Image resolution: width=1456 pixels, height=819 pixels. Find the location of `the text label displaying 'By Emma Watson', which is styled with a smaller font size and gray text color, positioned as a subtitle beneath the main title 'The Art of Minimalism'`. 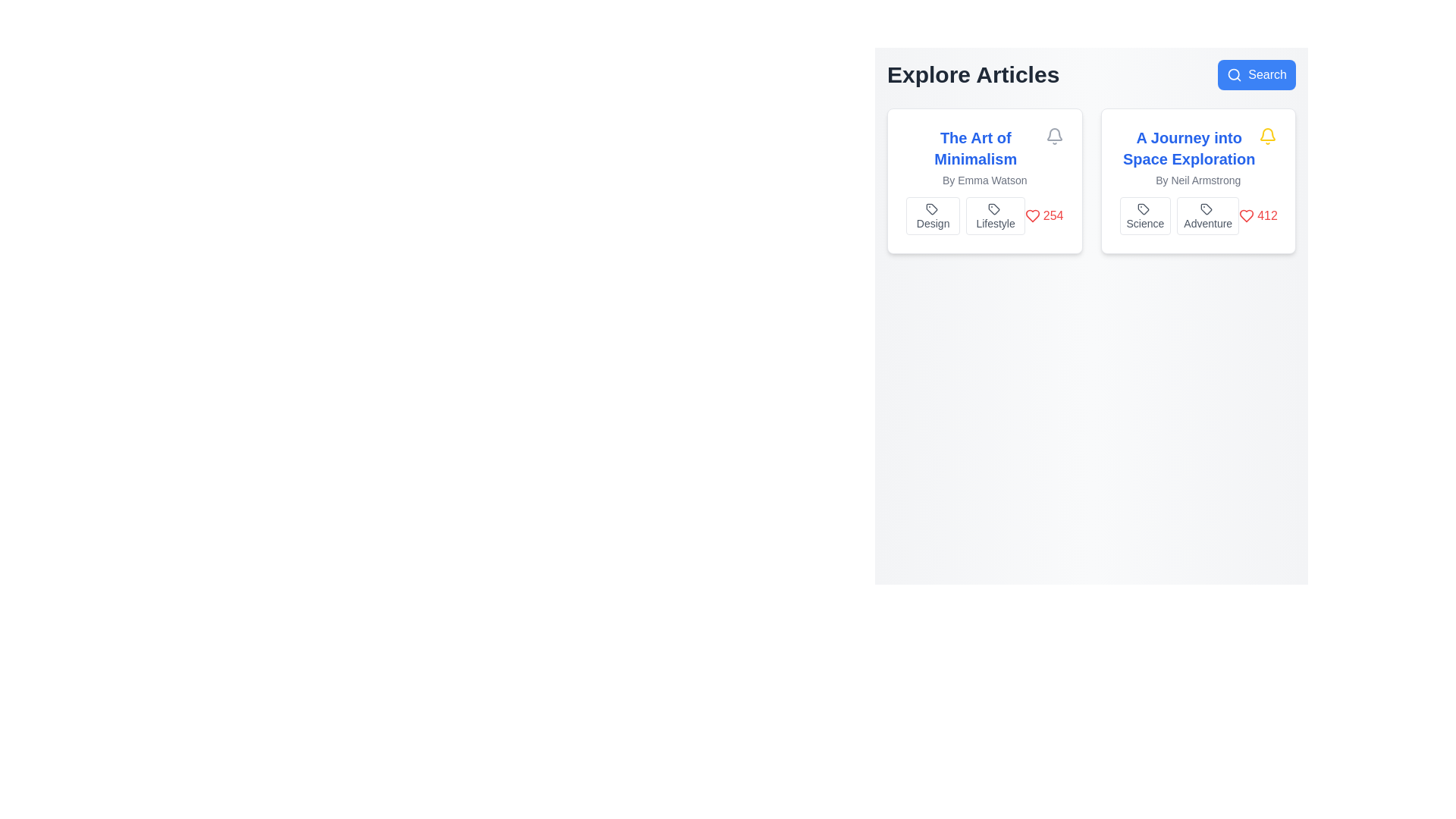

the text label displaying 'By Emma Watson', which is styled with a smaller font size and gray text color, positioned as a subtitle beneath the main title 'The Art of Minimalism' is located at coordinates (984, 180).